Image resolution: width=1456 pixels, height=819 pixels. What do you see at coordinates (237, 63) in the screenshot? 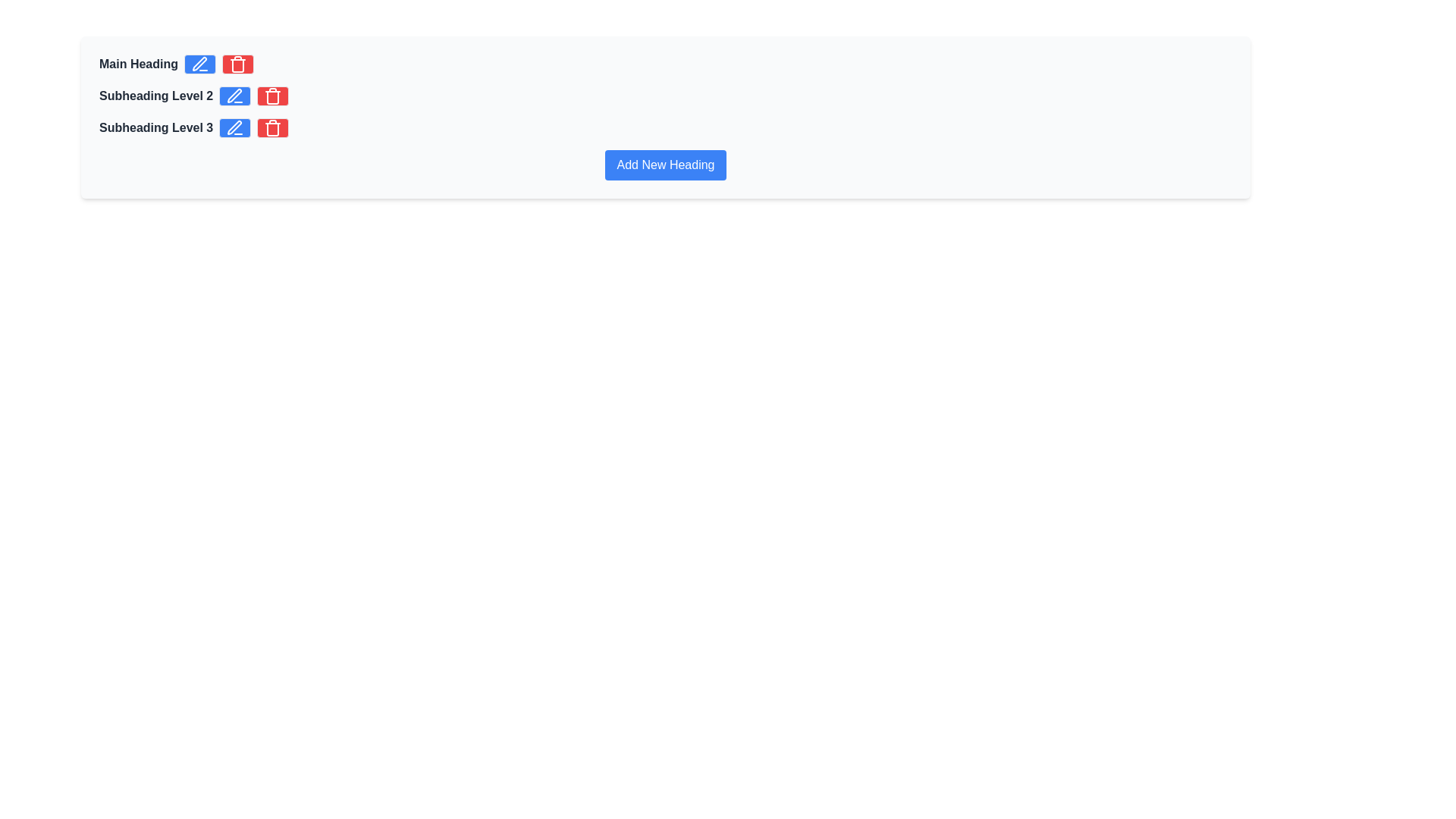
I see `the delete button, which is the third element in a horizontal group aligned to the right of 'Main Heading'` at bounding box center [237, 63].